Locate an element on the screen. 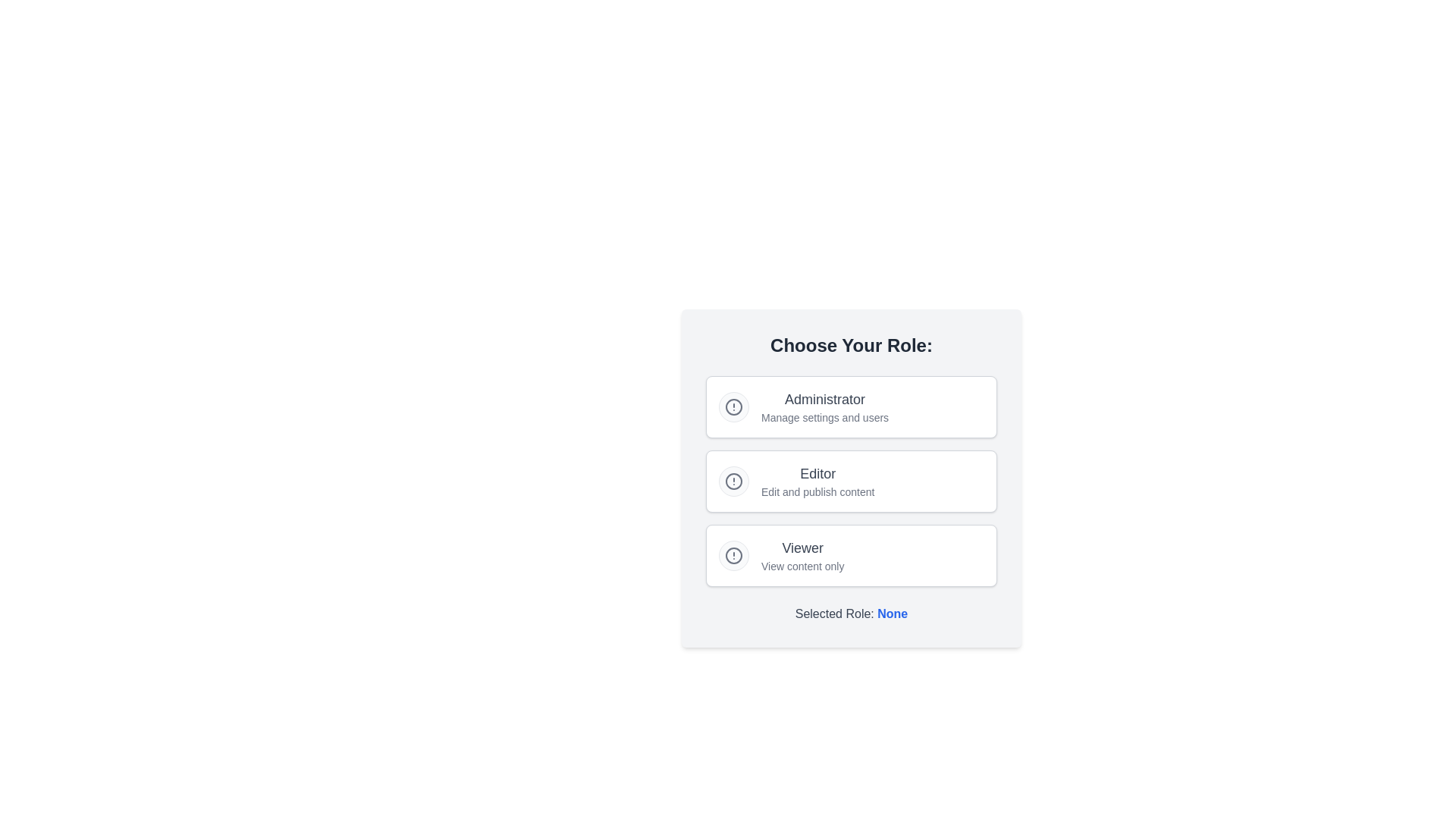 The width and height of the screenshot is (1456, 819). the button is located at coordinates (852, 482).